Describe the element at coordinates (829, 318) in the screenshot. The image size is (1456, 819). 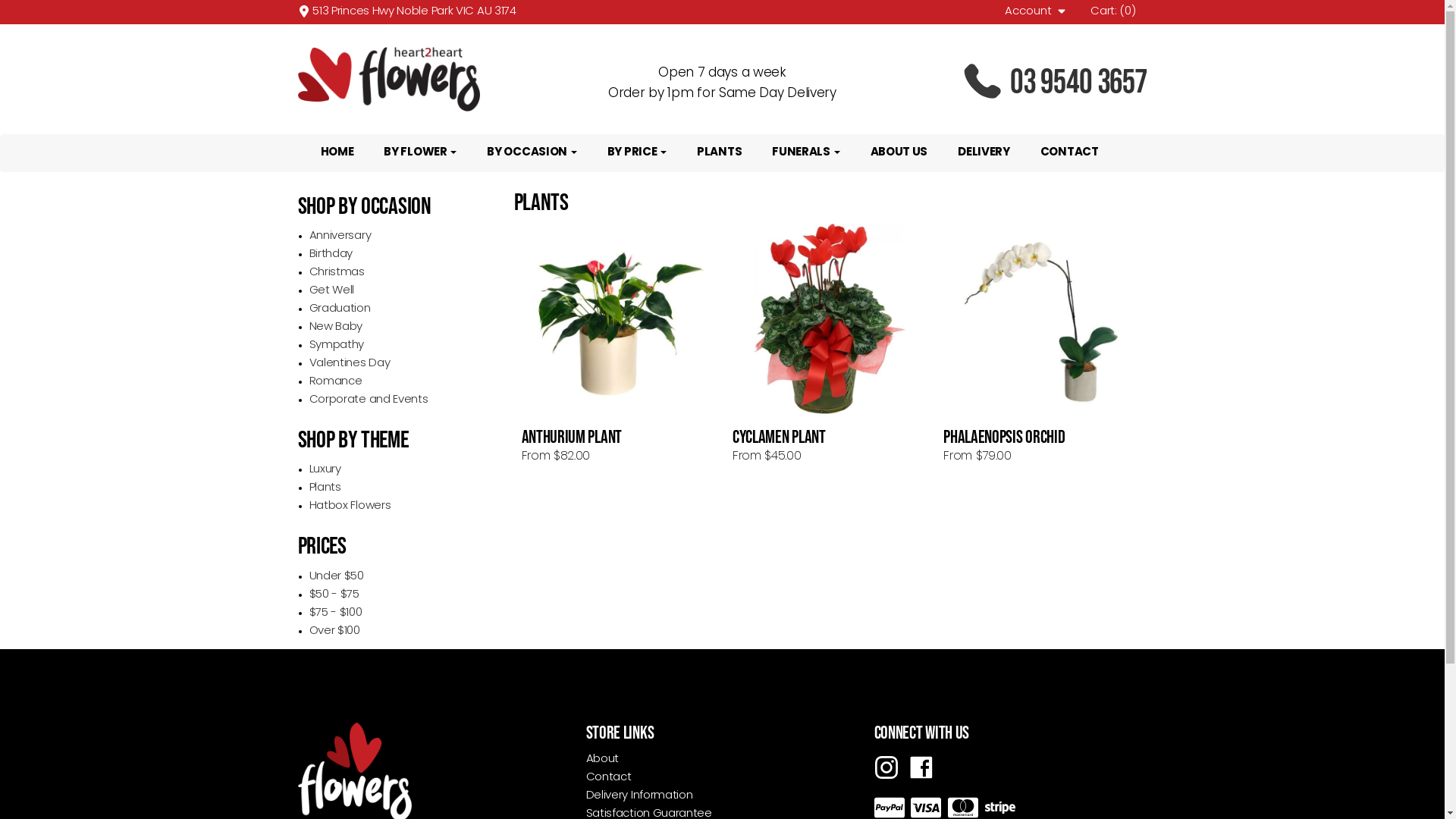
I see `'Cyclamen Plant'` at that location.